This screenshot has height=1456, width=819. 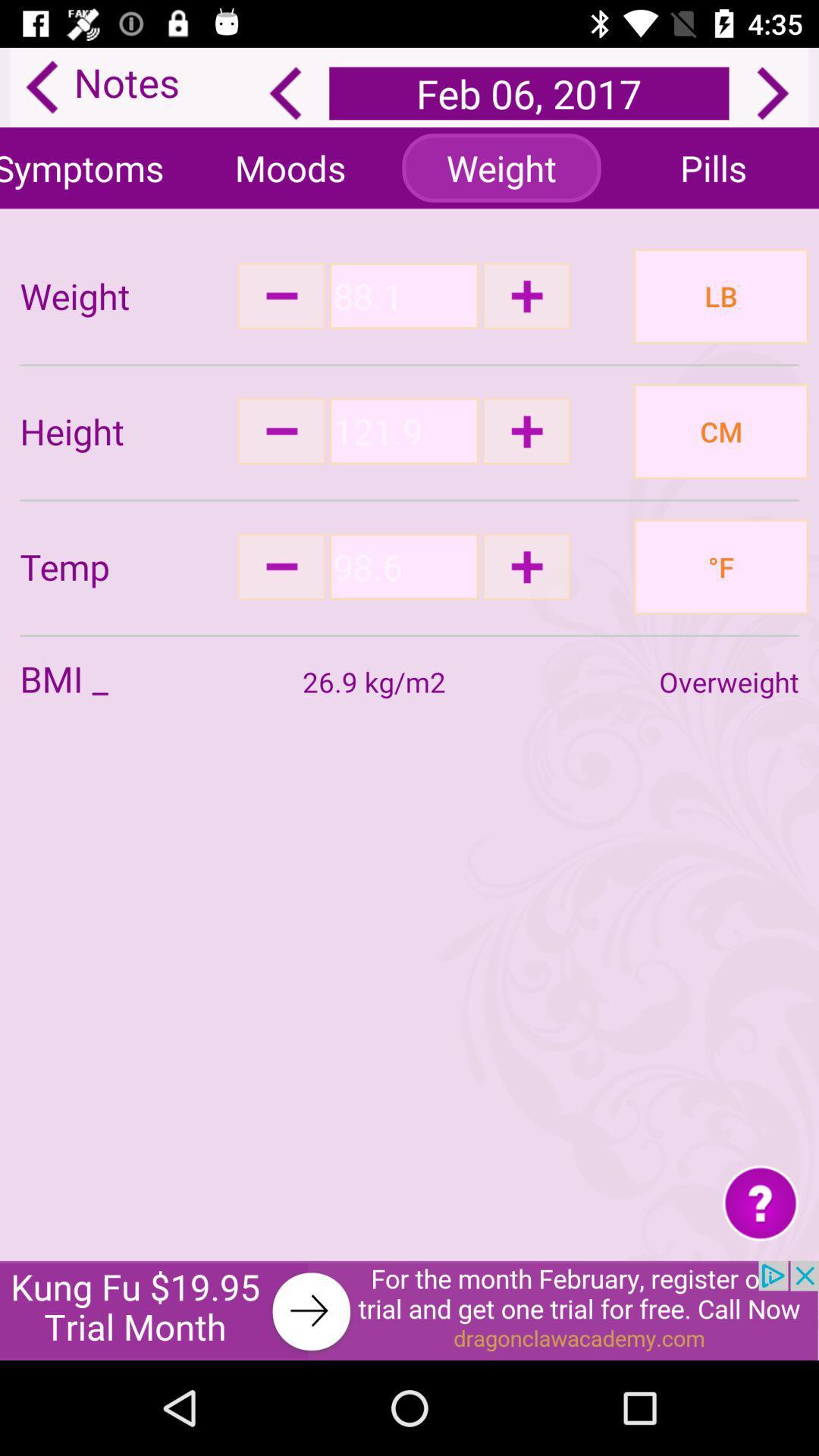 I want to click on the add icon, so click(x=526, y=566).